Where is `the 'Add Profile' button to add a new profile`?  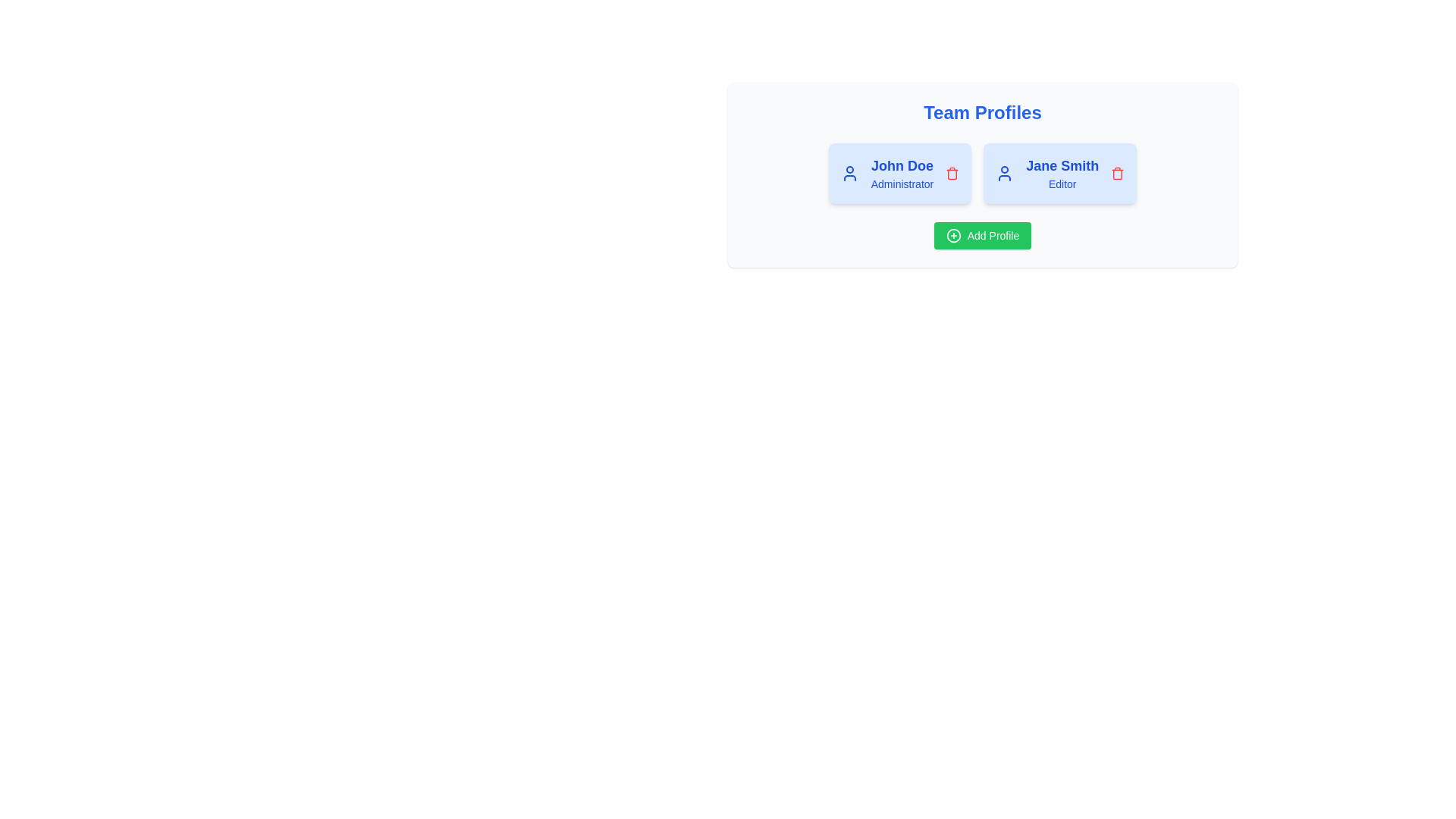 the 'Add Profile' button to add a new profile is located at coordinates (983, 236).